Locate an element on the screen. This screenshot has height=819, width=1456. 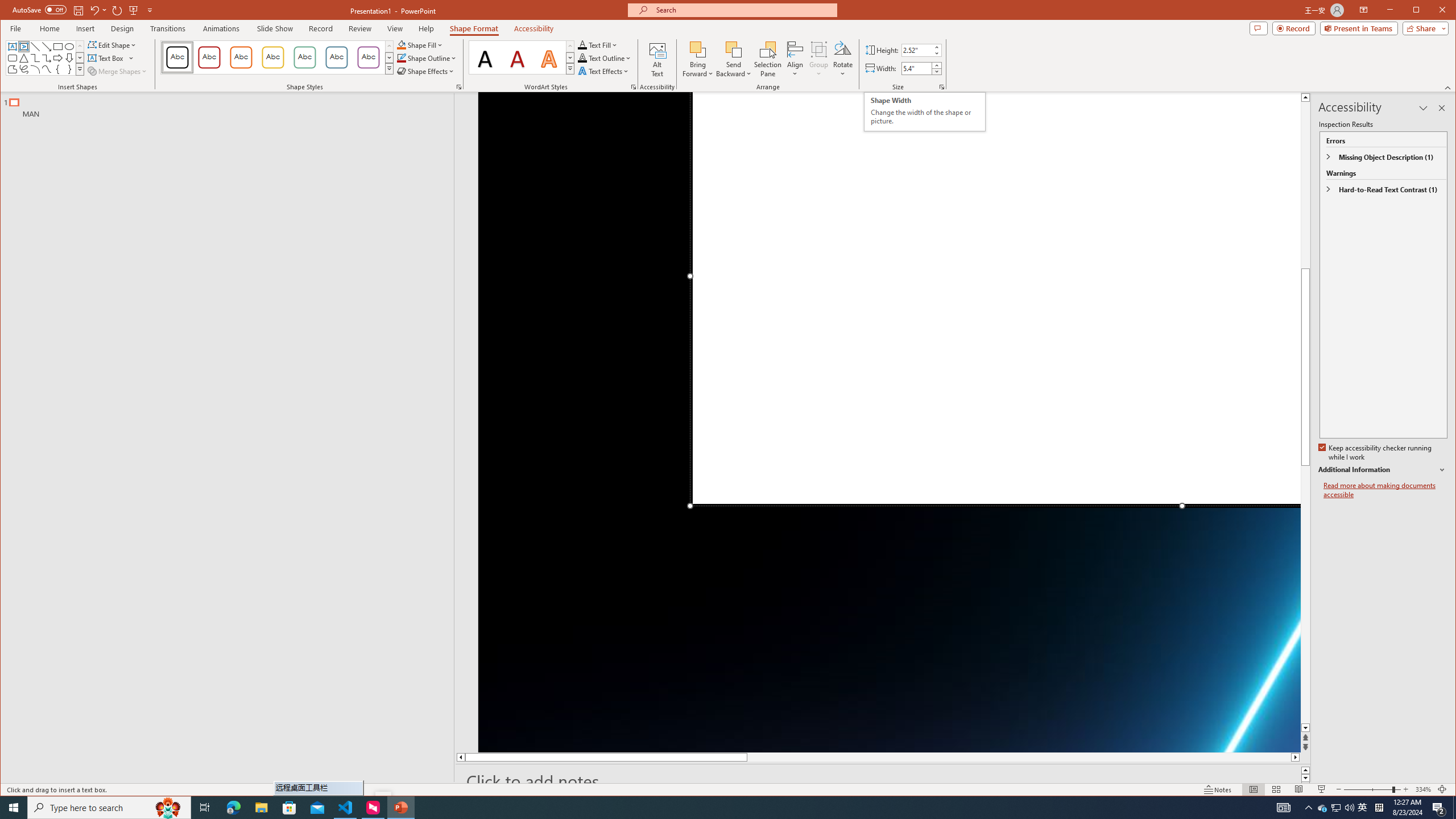
'Shape Width' is located at coordinates (916, 68).